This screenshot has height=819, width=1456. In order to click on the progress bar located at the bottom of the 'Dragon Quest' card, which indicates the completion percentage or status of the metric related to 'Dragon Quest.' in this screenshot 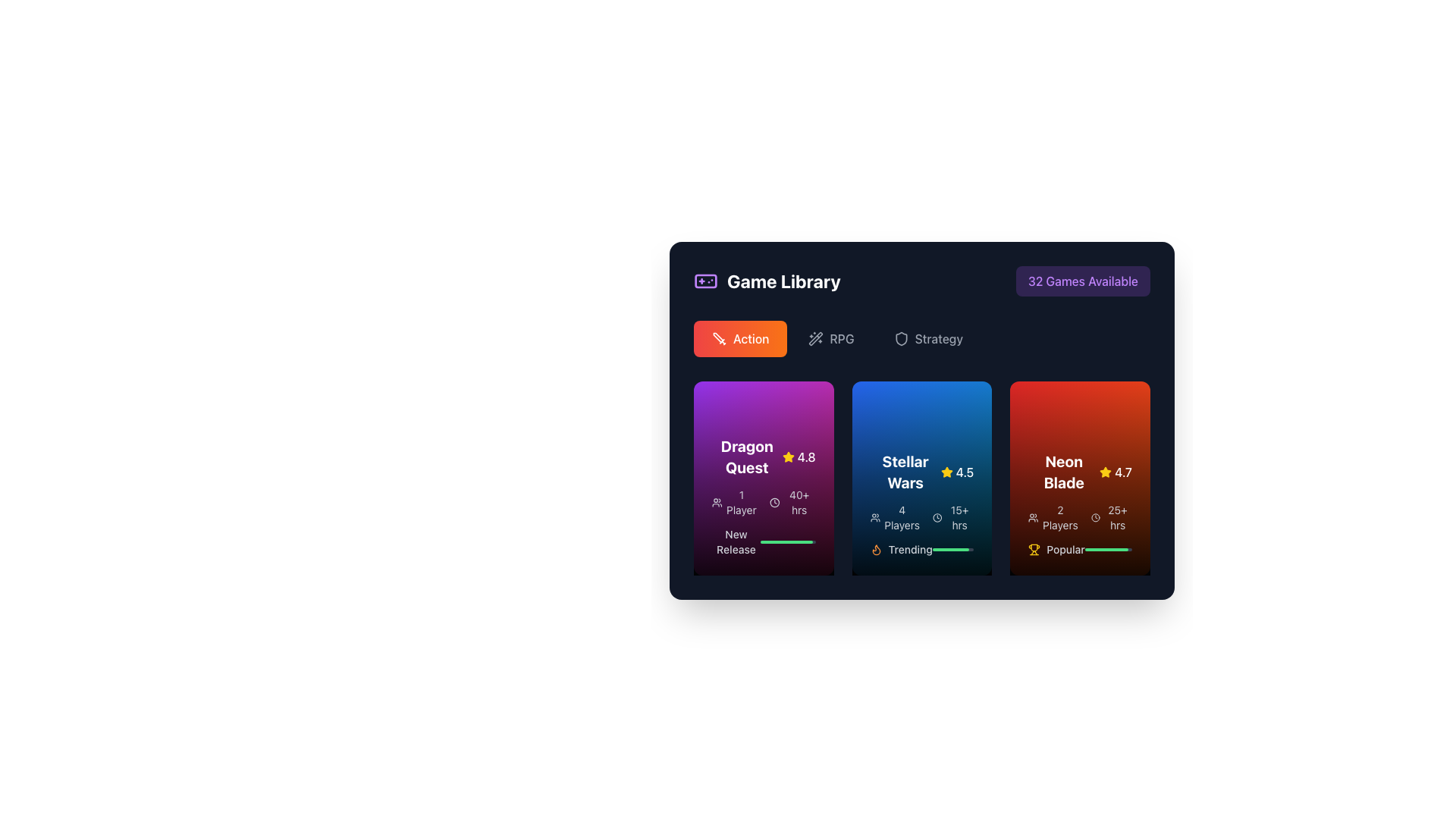, I will do `click(788, 541)`.